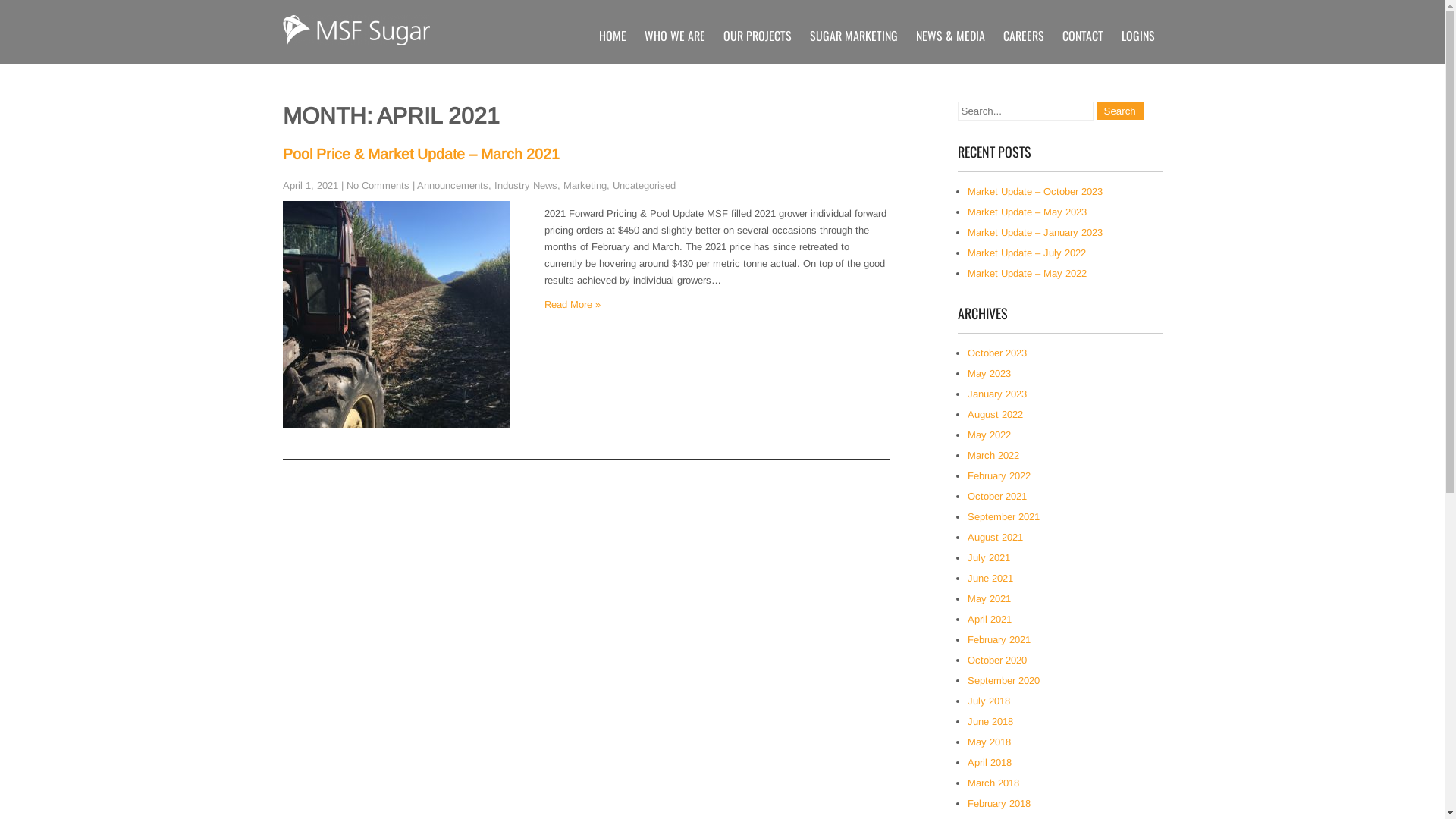 The image size is (1456, 819). Describe the element at coordinates (1003, 679) in the screenshot. I see `'September 2020'` at that location.